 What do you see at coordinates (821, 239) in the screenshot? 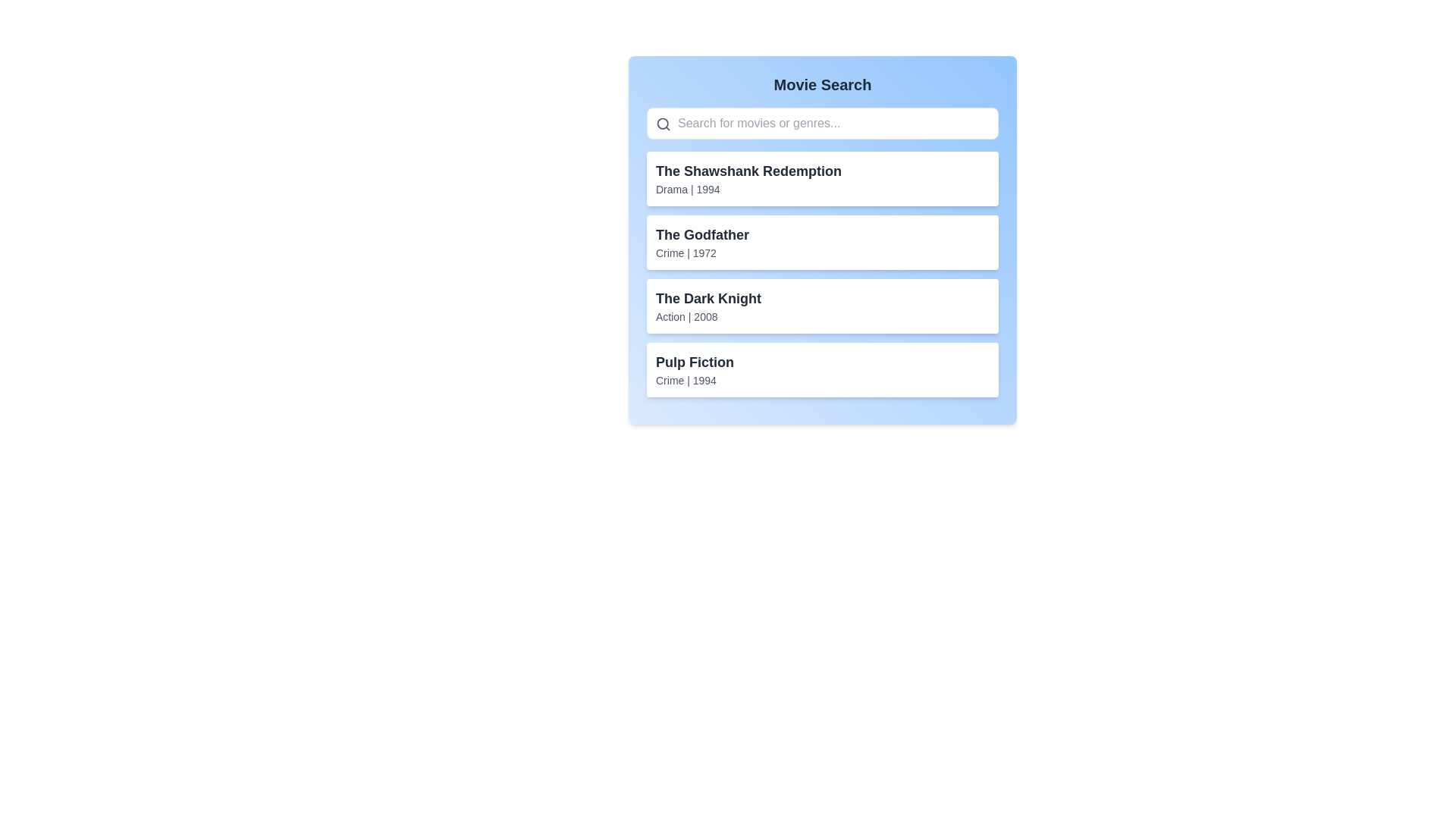
I see `the list item containing 'The Godfather'` at bounding box center [821, 239].